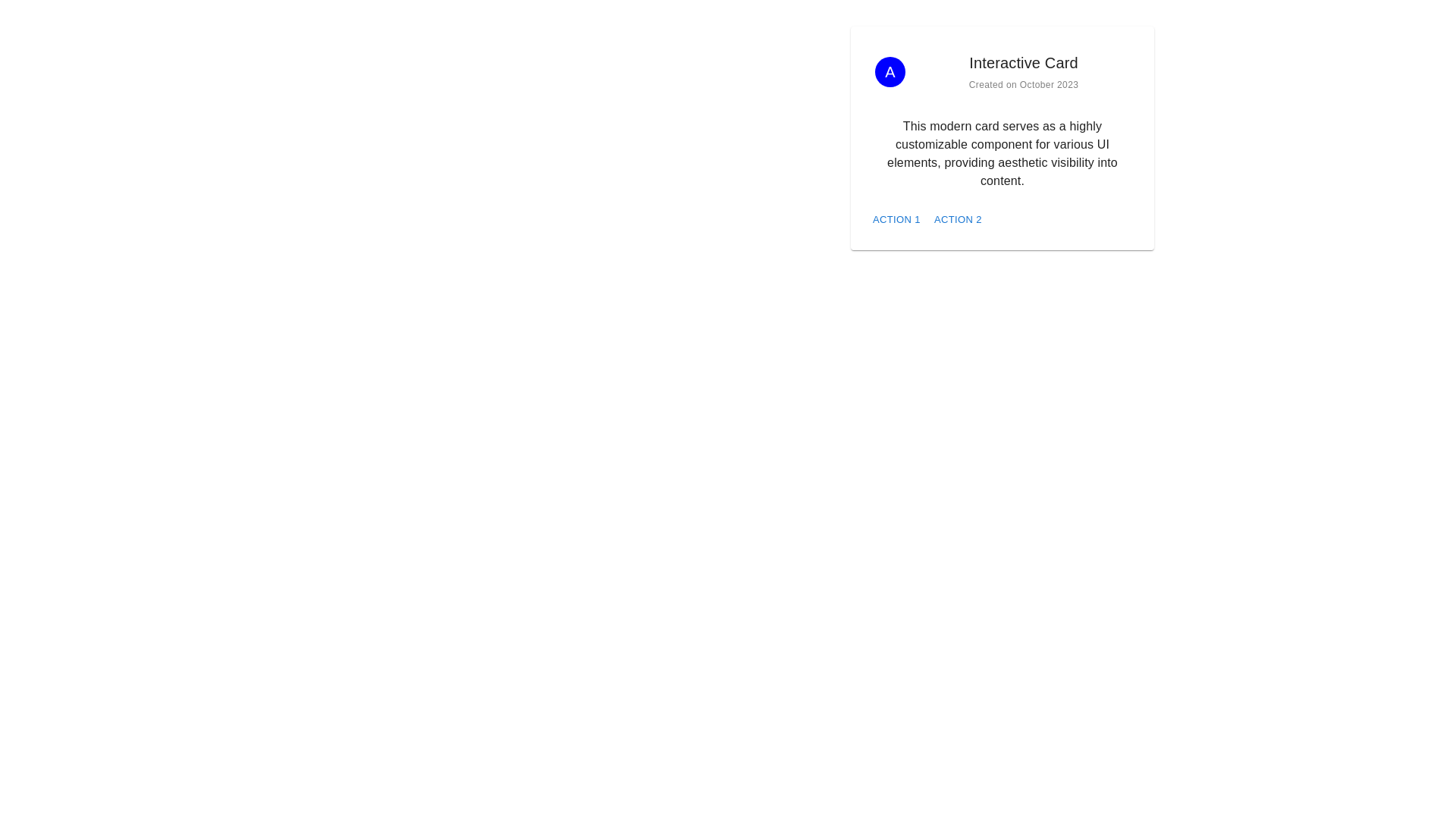  What do you see at coordinates (896, 219) in the screenshot?
I see `the interactive button labeled 'Action 1' located at the bottom left of the content card` at bounding box center [896, 219].